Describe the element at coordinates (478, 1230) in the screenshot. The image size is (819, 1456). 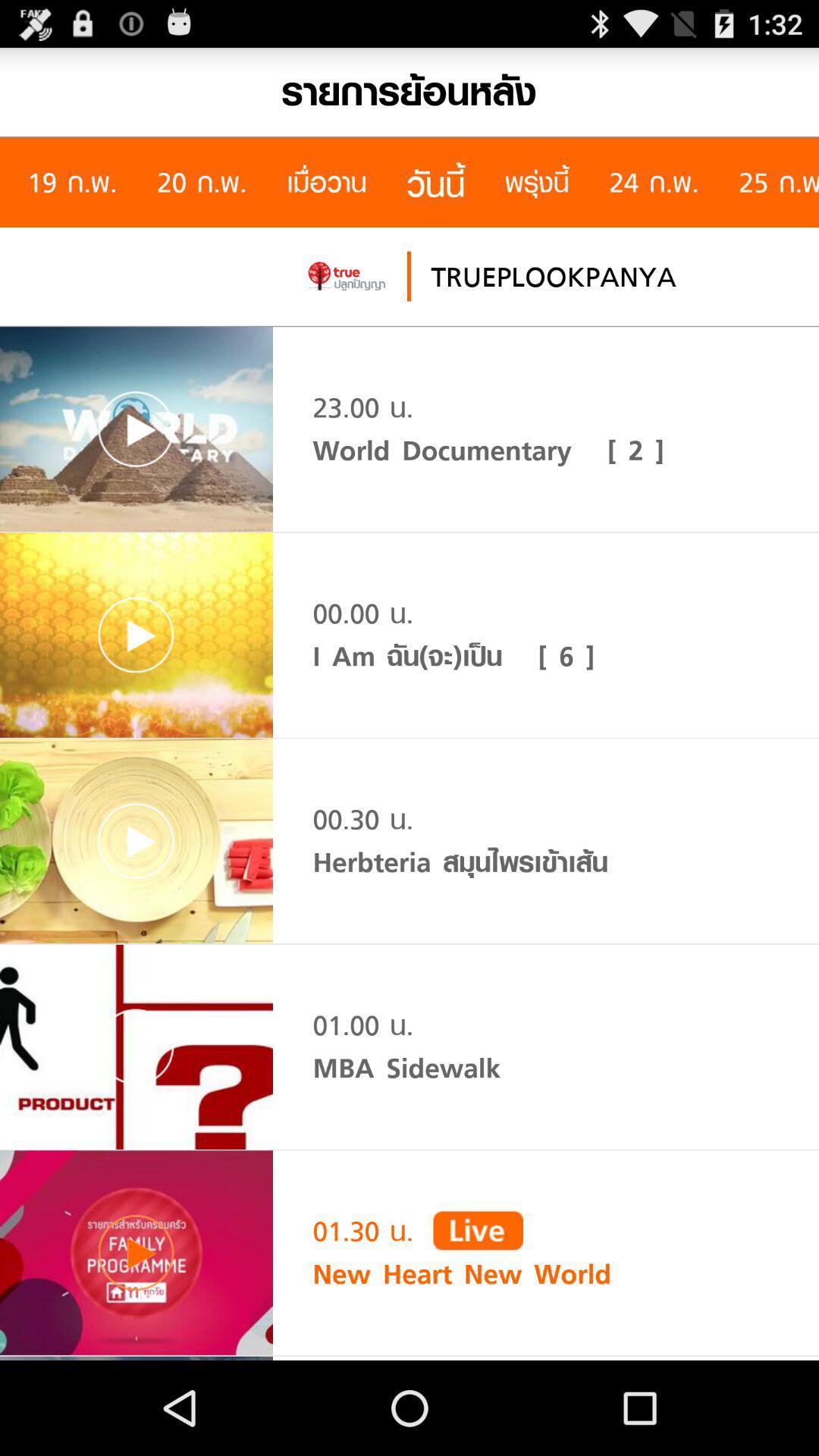
I see `icon above the new heart new item` at that location.